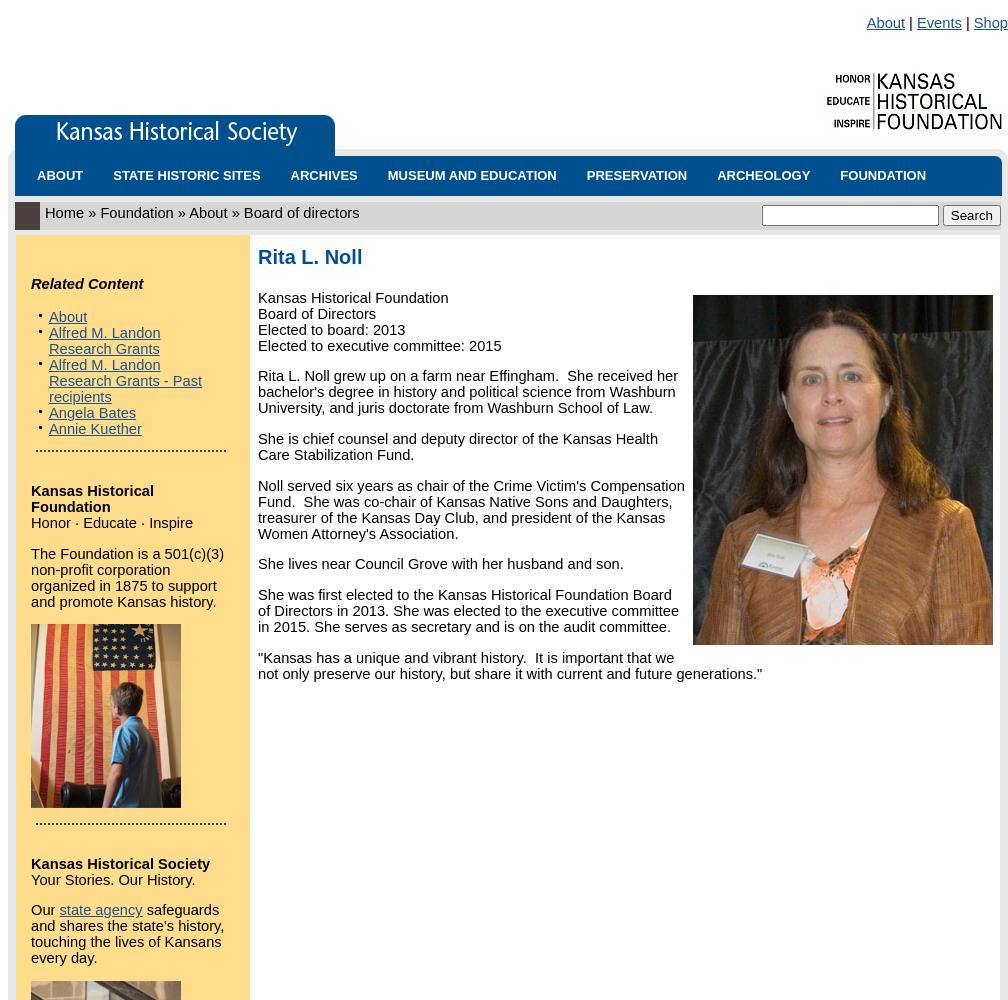 The image size is (1008, 1000). Describe the element at coordinates (127, 934) in the screenshot. I see `'safeguards and shares the state’s history, touching the lives of Kansans every day.'` at that location.